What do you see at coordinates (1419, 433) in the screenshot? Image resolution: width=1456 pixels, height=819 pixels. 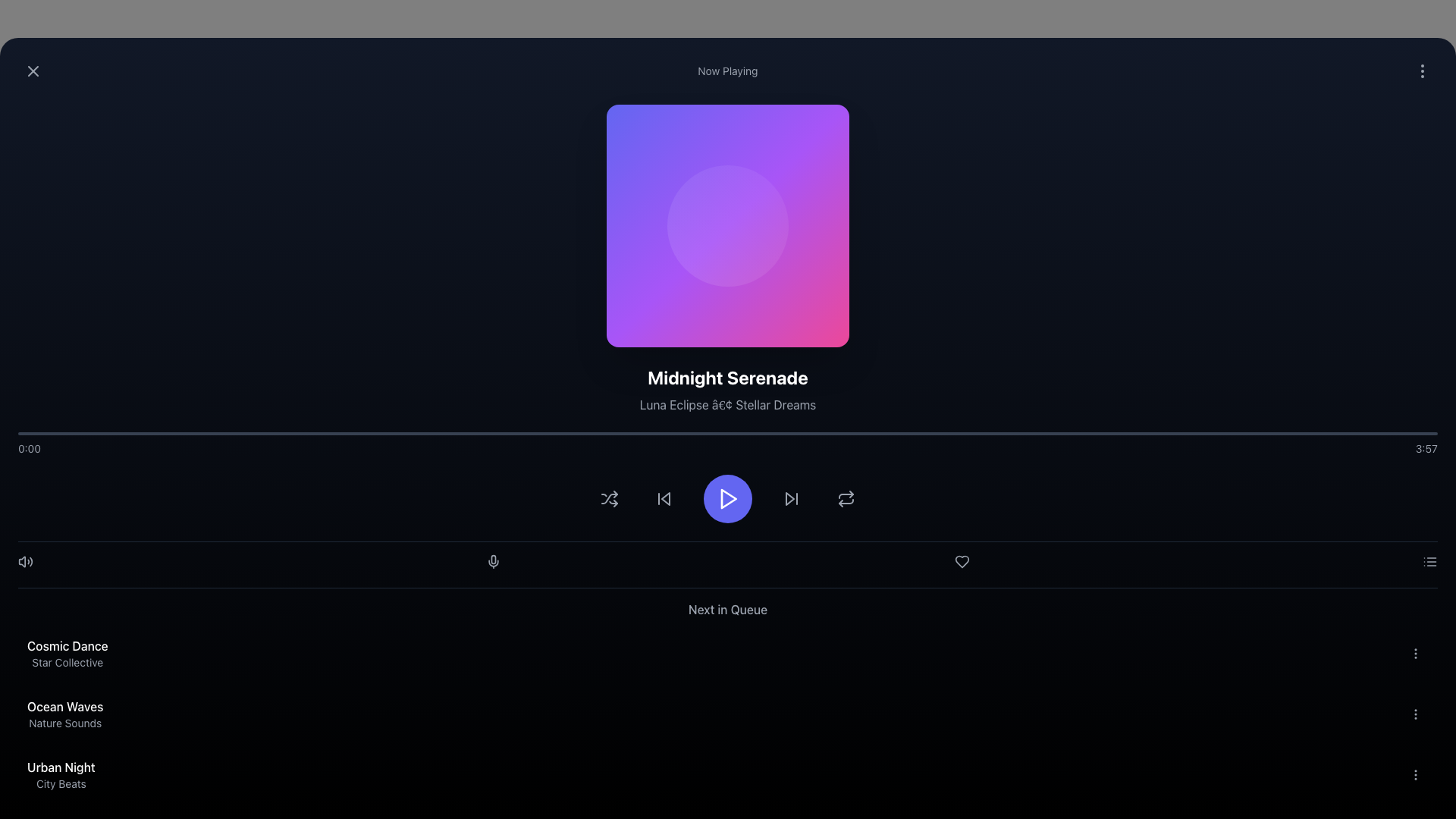 I see `playback` at bounding box center [1419, 433].